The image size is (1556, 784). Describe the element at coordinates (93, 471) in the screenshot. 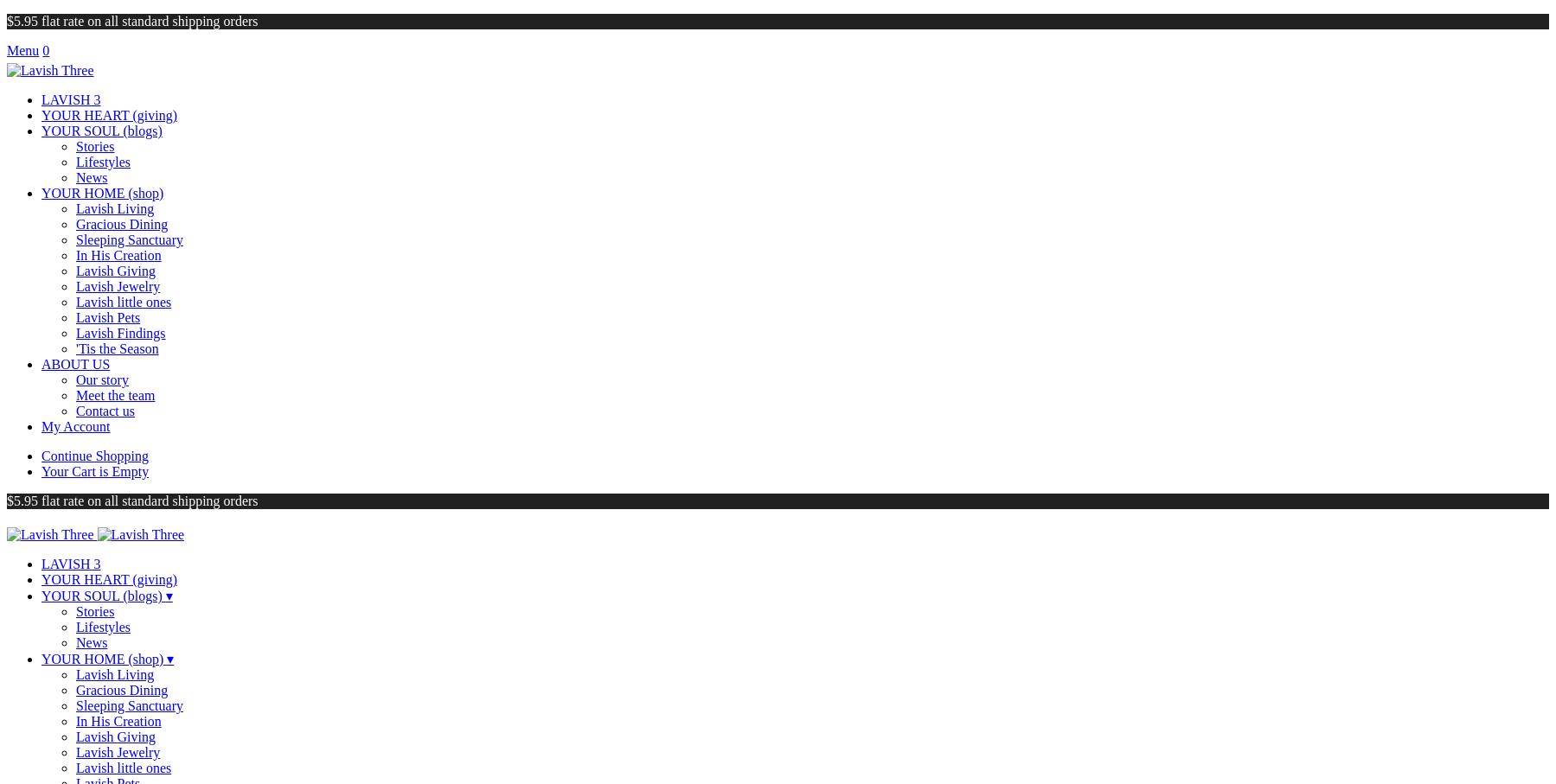

I see `'Your Cart is Empty'` at that location.